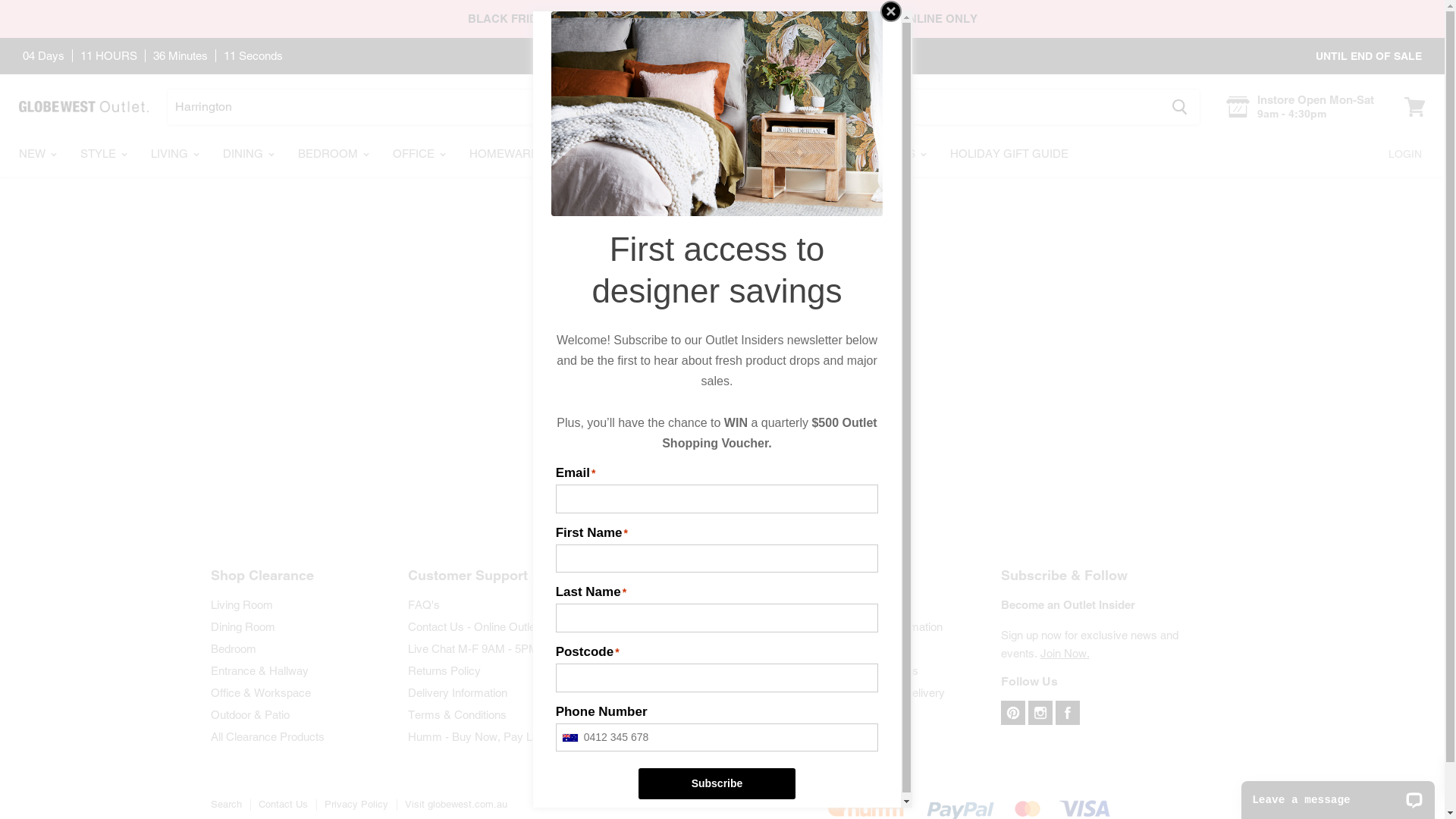 This screenshot has width=1456, height=819. Describe the element at coordinates (472, 648) in the screenshot. I see `'Live Chat M-F 9AM - 5PM'` at that location.